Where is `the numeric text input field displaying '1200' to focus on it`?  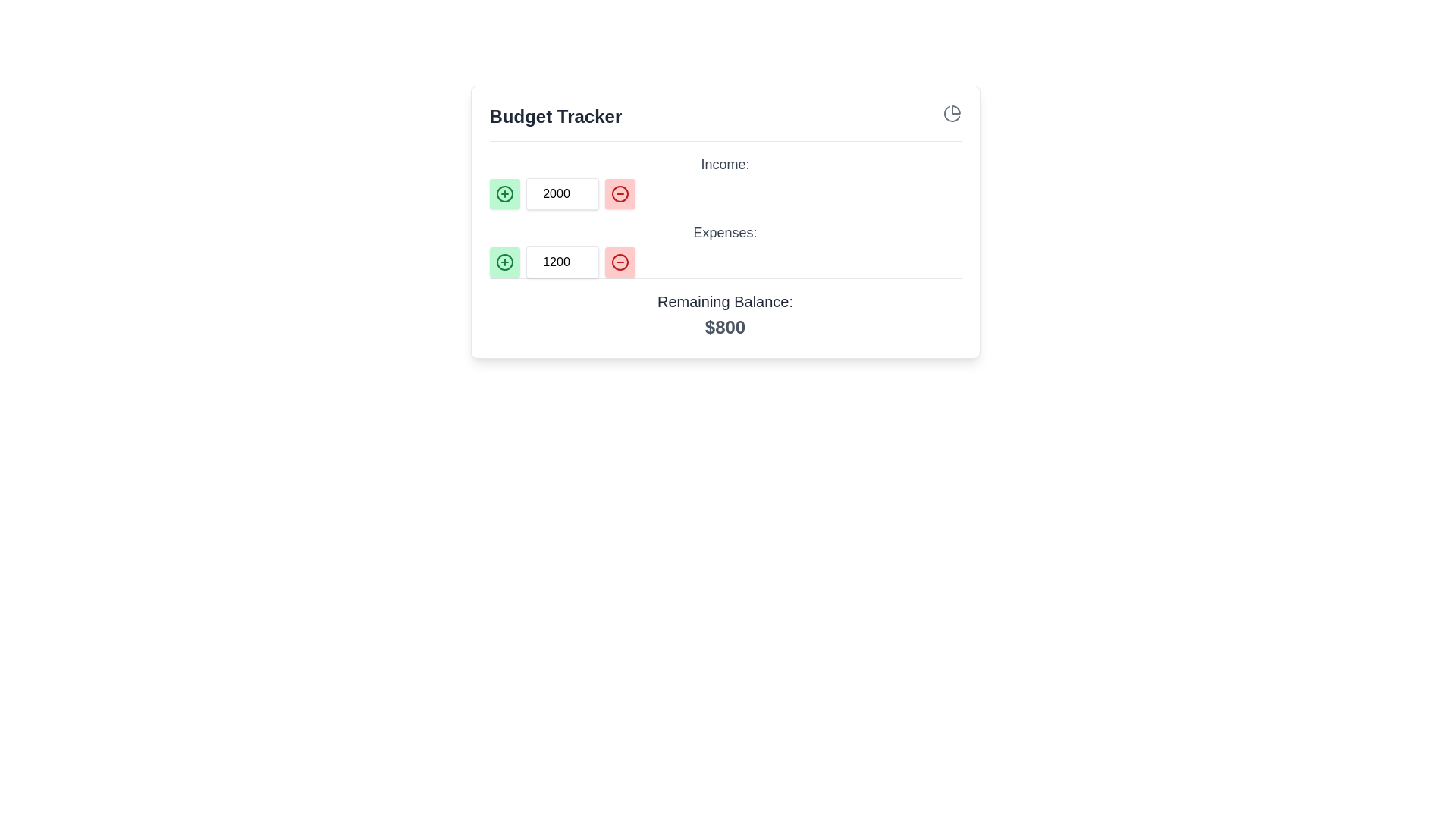
the numeric text input field displaying '1200' to focus on it is located at coordinates (561, 262).